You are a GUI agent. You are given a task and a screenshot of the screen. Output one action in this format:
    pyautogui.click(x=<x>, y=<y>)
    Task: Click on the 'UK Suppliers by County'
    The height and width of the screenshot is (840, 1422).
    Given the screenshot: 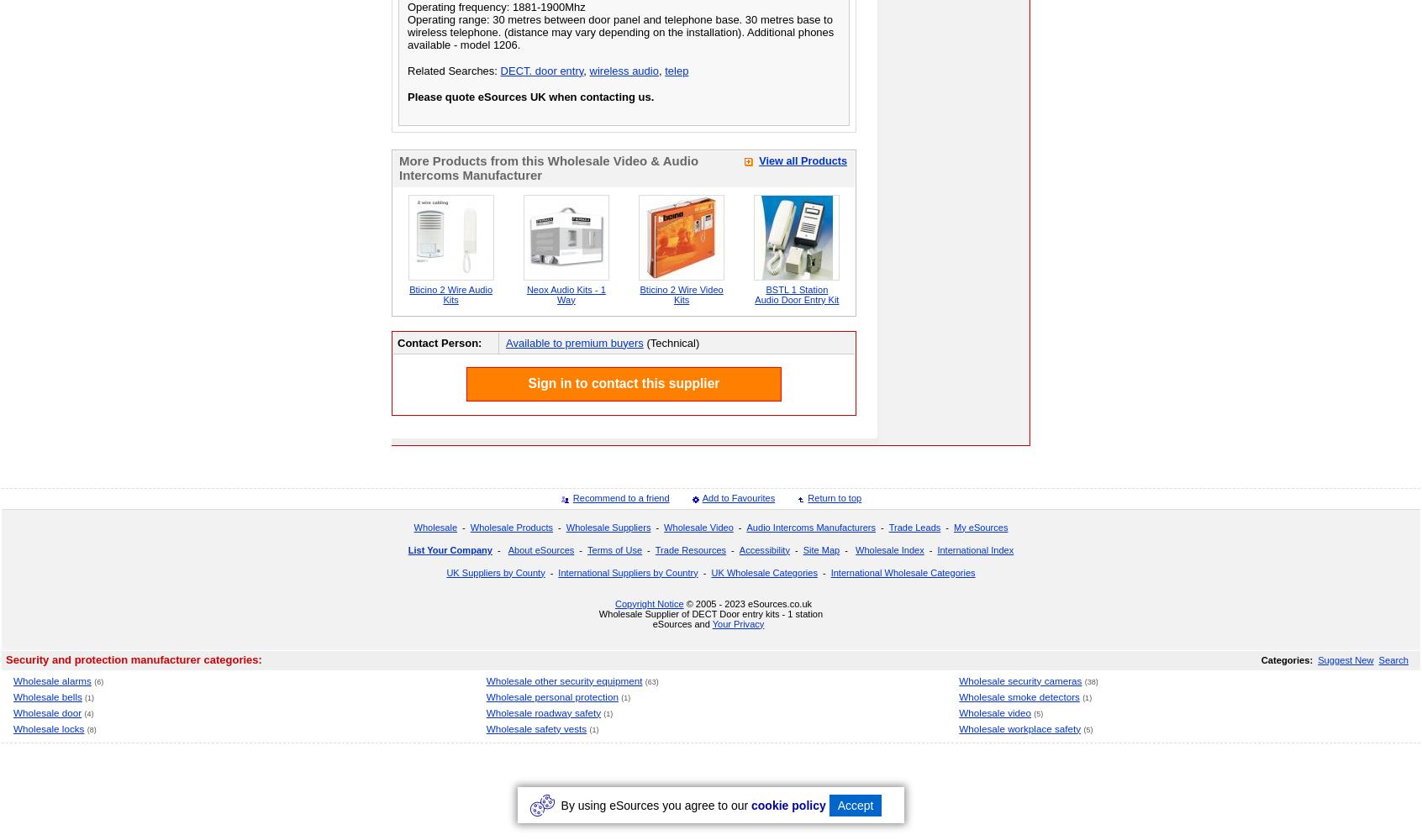 What is the action you would take?
    pyautogui.click(x=494, y=572)
    